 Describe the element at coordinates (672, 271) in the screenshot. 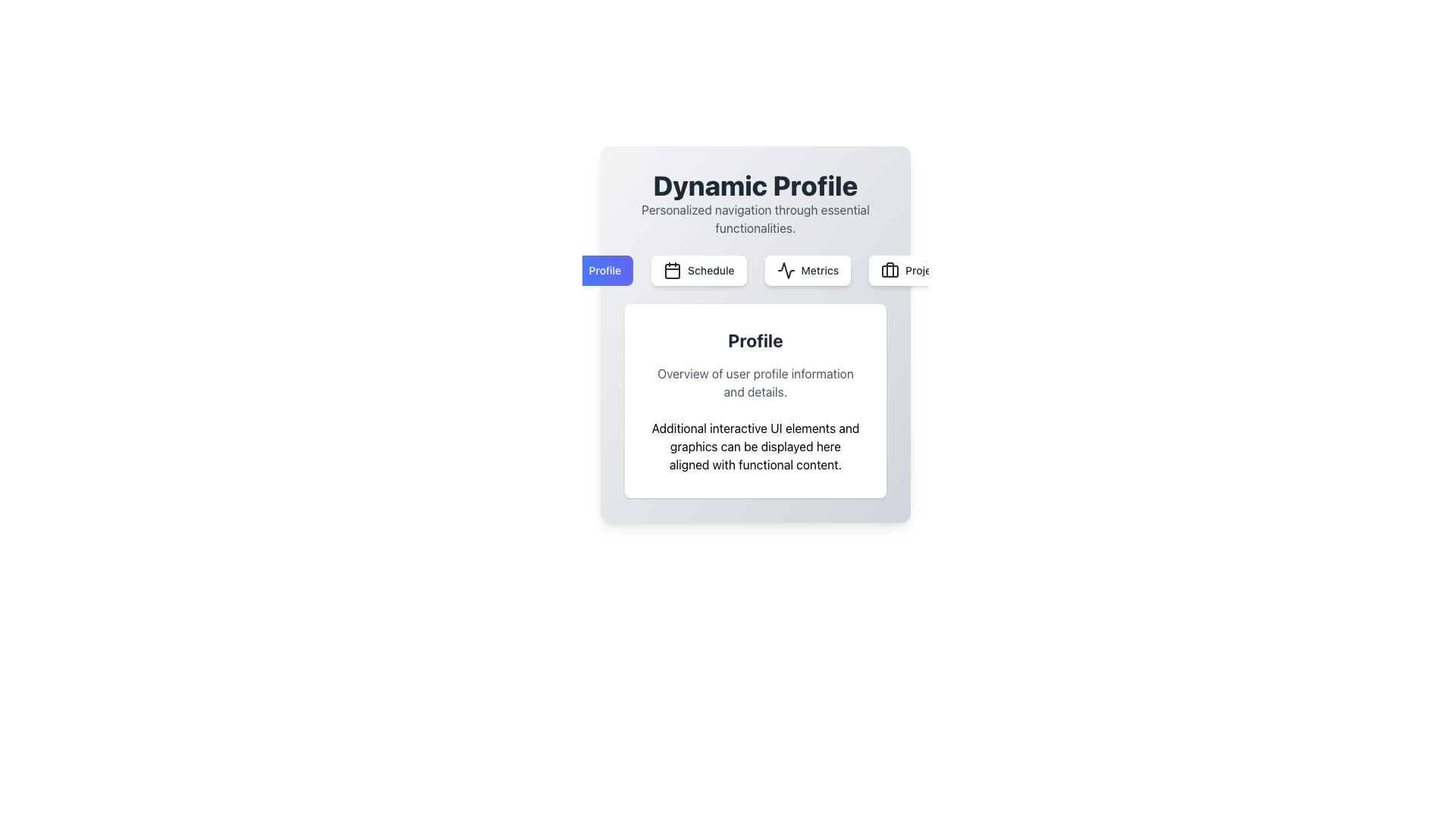

I see `the central rectangular SVG graphical element of the calendar icon in the navigation bar, which is part of a larger scheduling feature` at that location.